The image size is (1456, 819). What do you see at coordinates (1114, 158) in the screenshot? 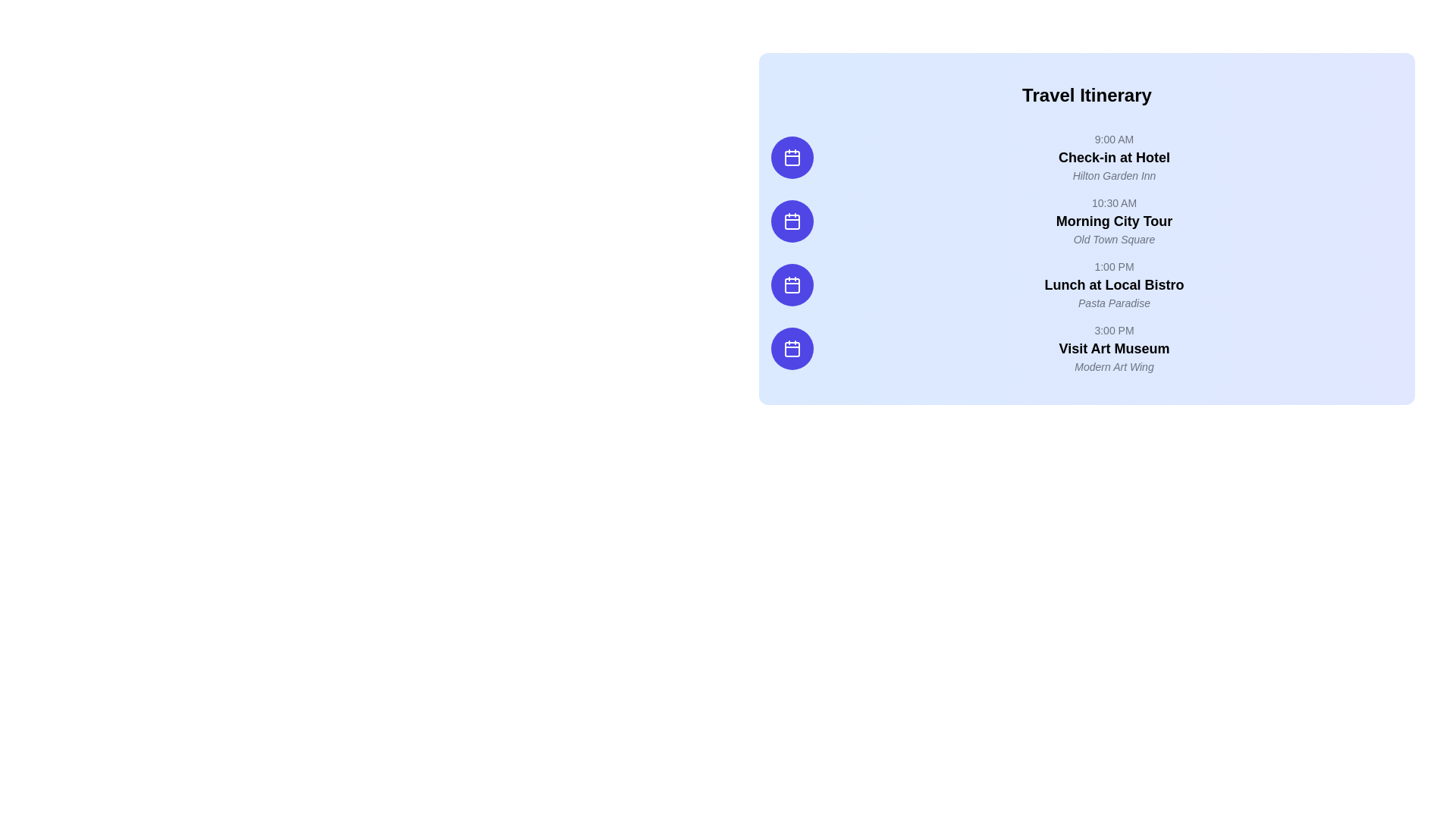
I see `text from the first schedule entry in the travel itinerary list, which displays the time, title, and location of the event` at bounding box center [1114, 158].